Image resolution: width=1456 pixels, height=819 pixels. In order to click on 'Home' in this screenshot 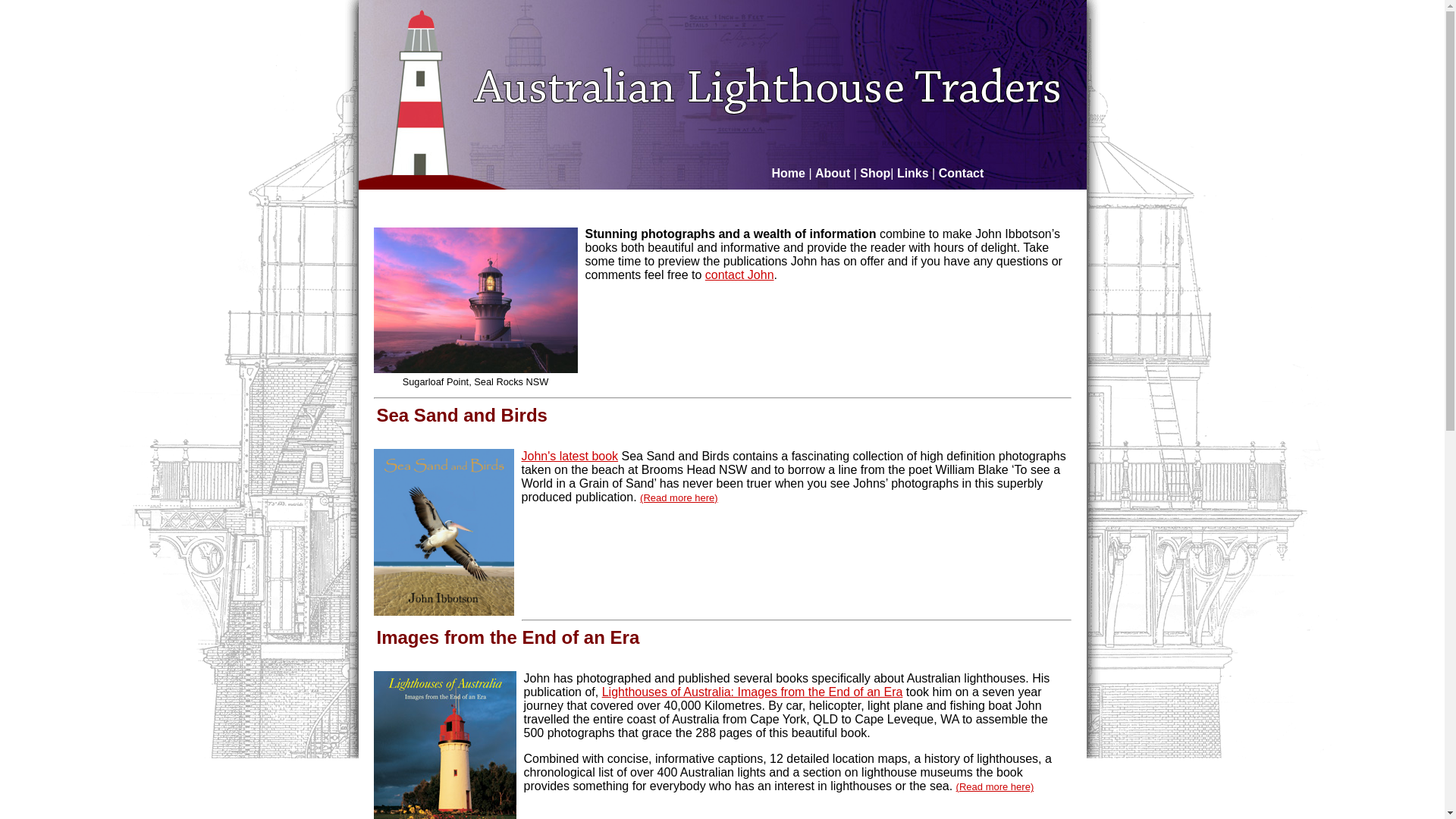, I will do `click(789, 172)`.